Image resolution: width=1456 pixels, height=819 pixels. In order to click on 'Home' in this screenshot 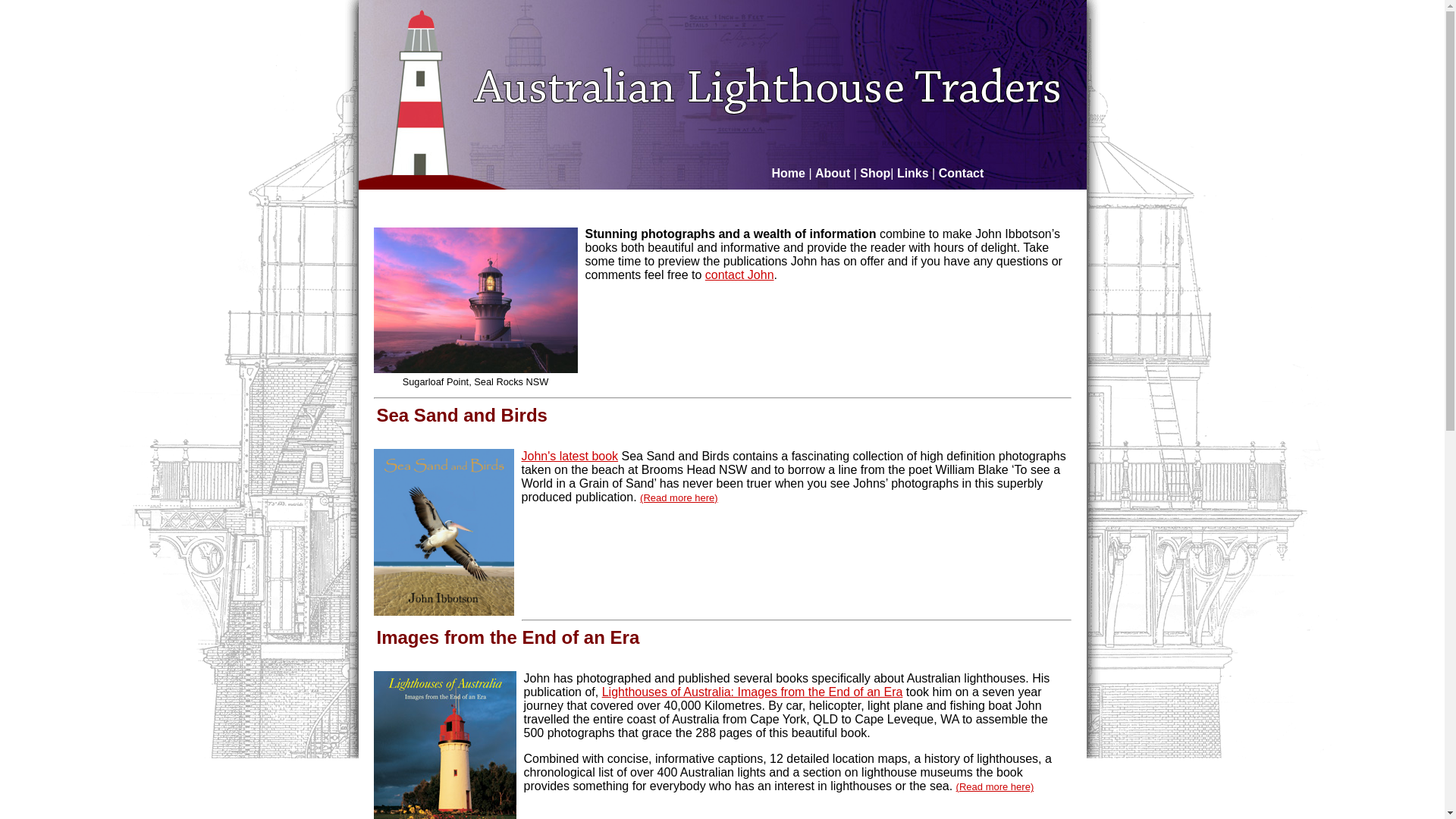, I will do `click(789, 172)`.